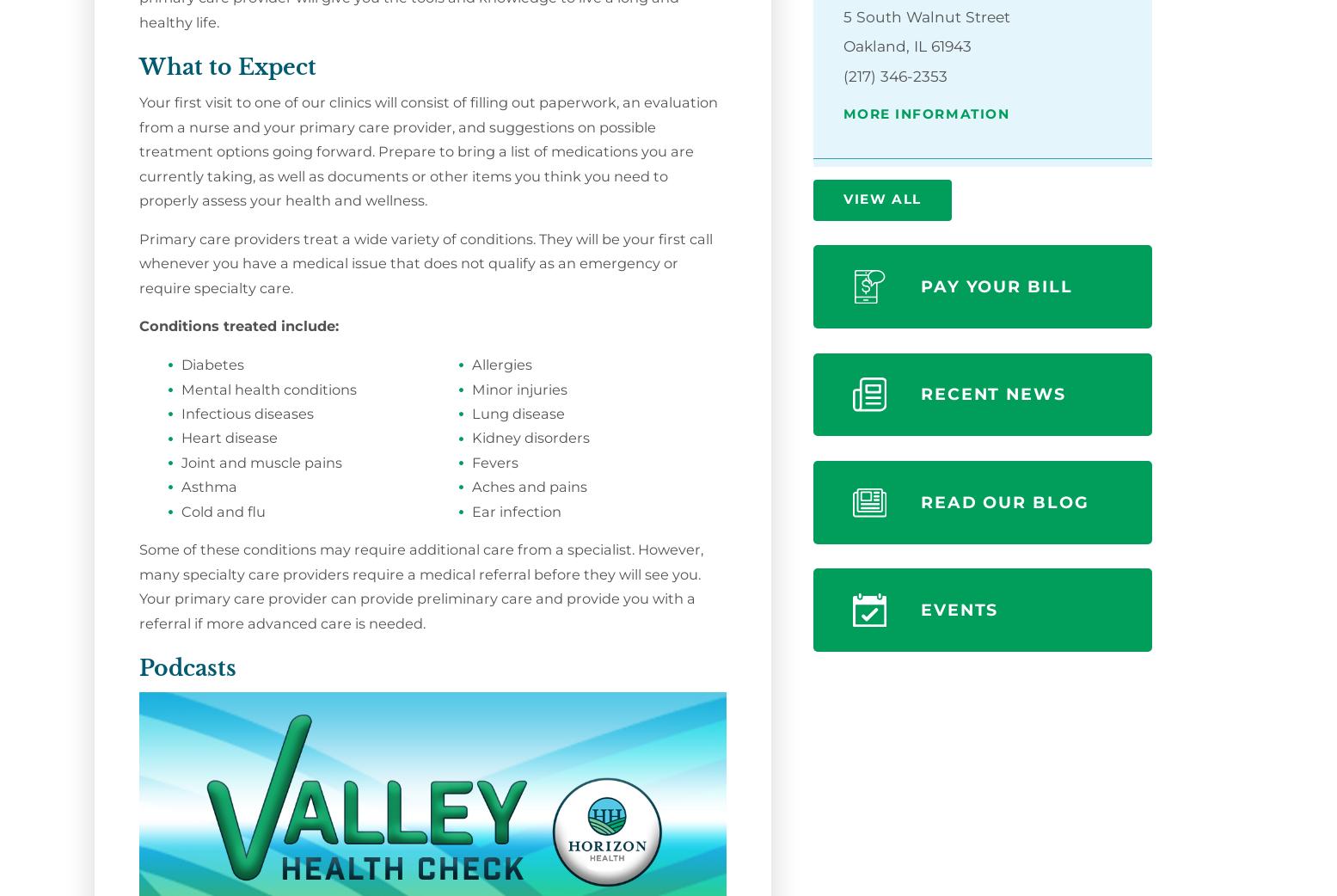 Image resolution: width=1337 pixels, height=896 pixels. Describe the element at coordinates (247, 413) in the screenshot. I see `'Infectious diseases'` at that location.